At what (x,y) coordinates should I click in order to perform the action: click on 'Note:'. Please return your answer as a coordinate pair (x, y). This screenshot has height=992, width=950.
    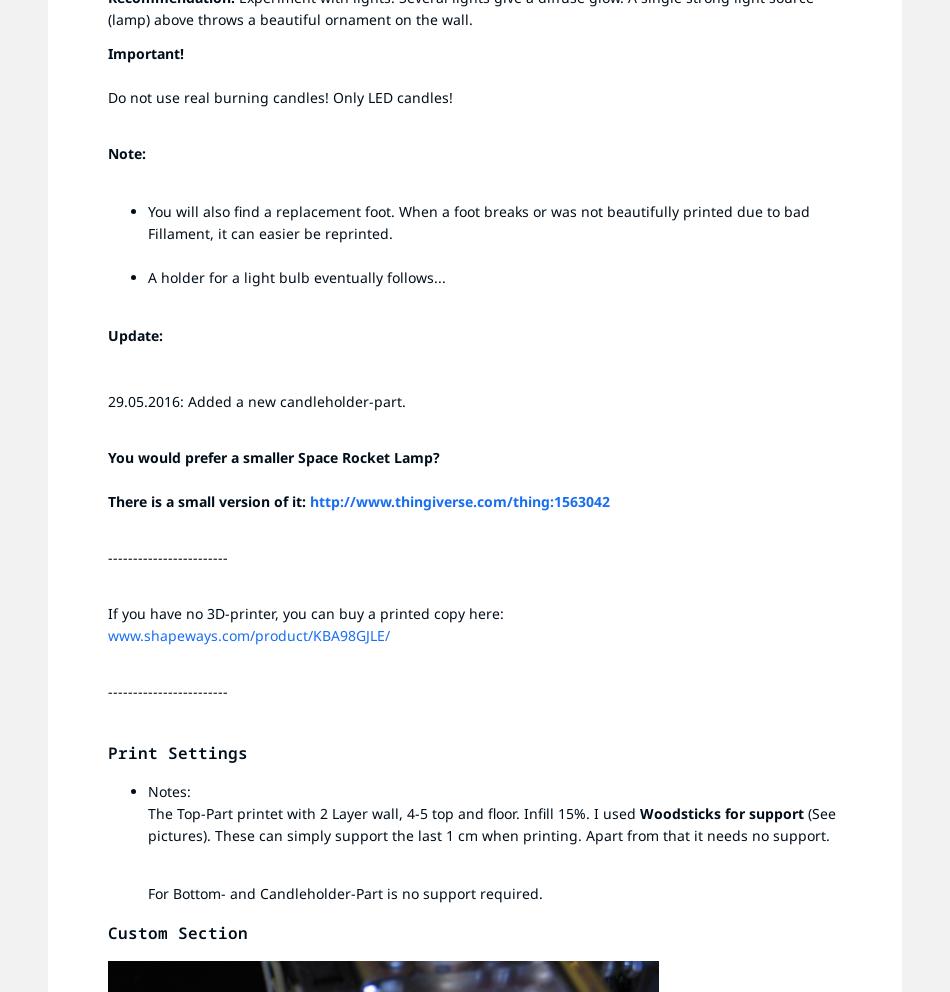
    Looking at the image, I should click on (127, 153).